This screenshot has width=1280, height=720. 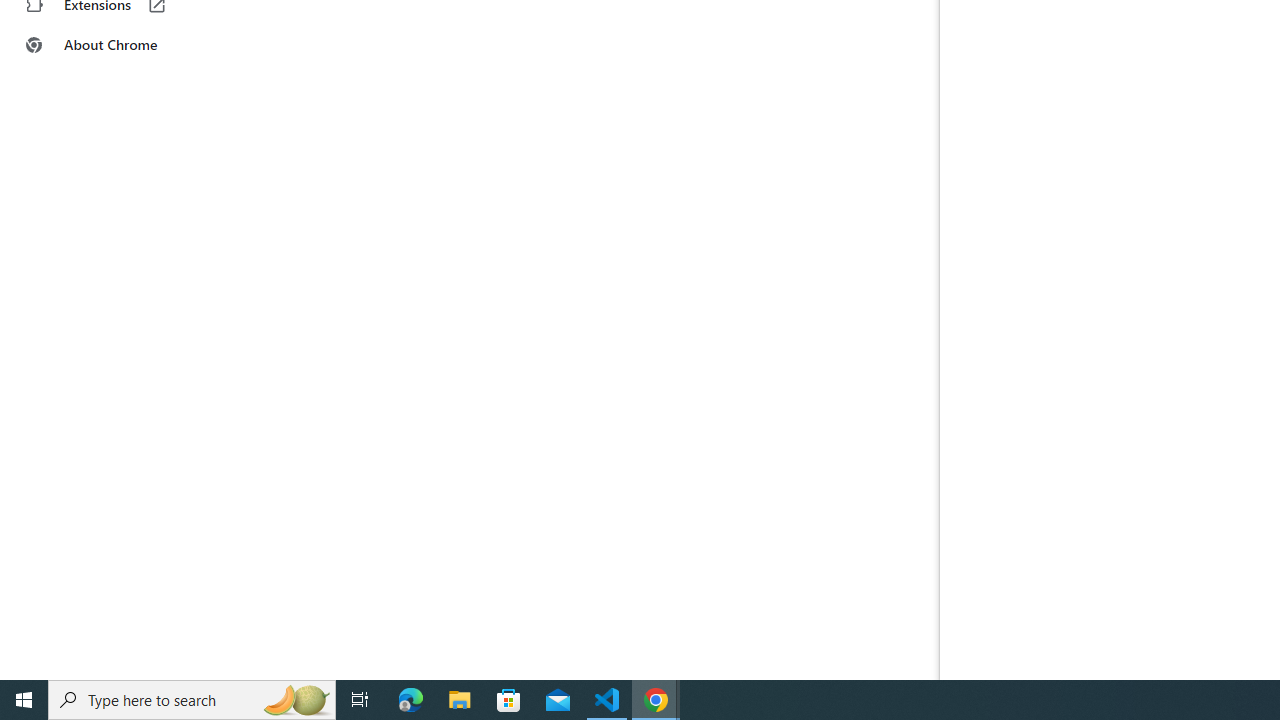 I want to click on 'Start', so click(x=24, y=698).